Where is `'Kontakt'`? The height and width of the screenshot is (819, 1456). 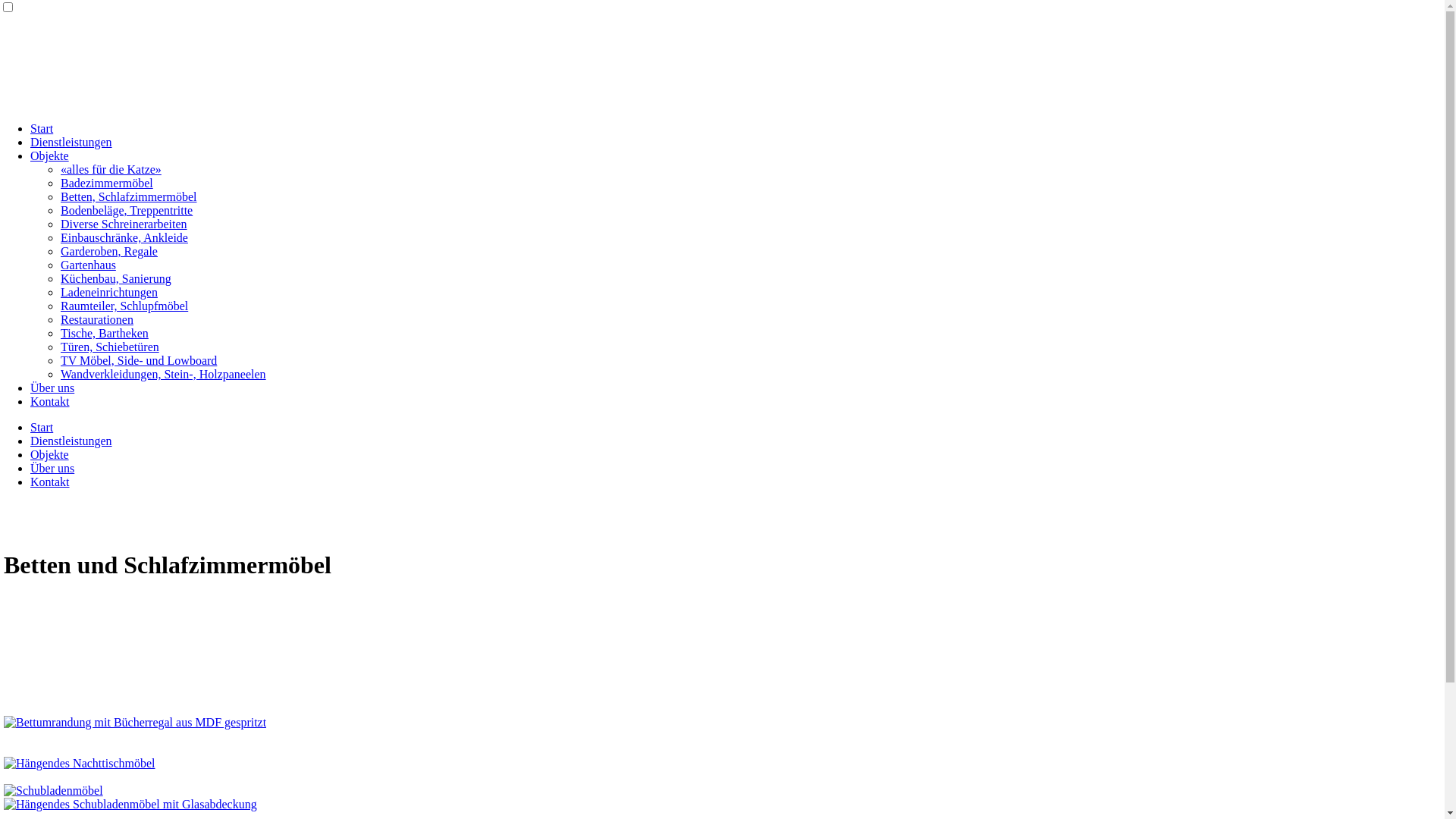
'Kontakt' is located at coordinates (50, 482).